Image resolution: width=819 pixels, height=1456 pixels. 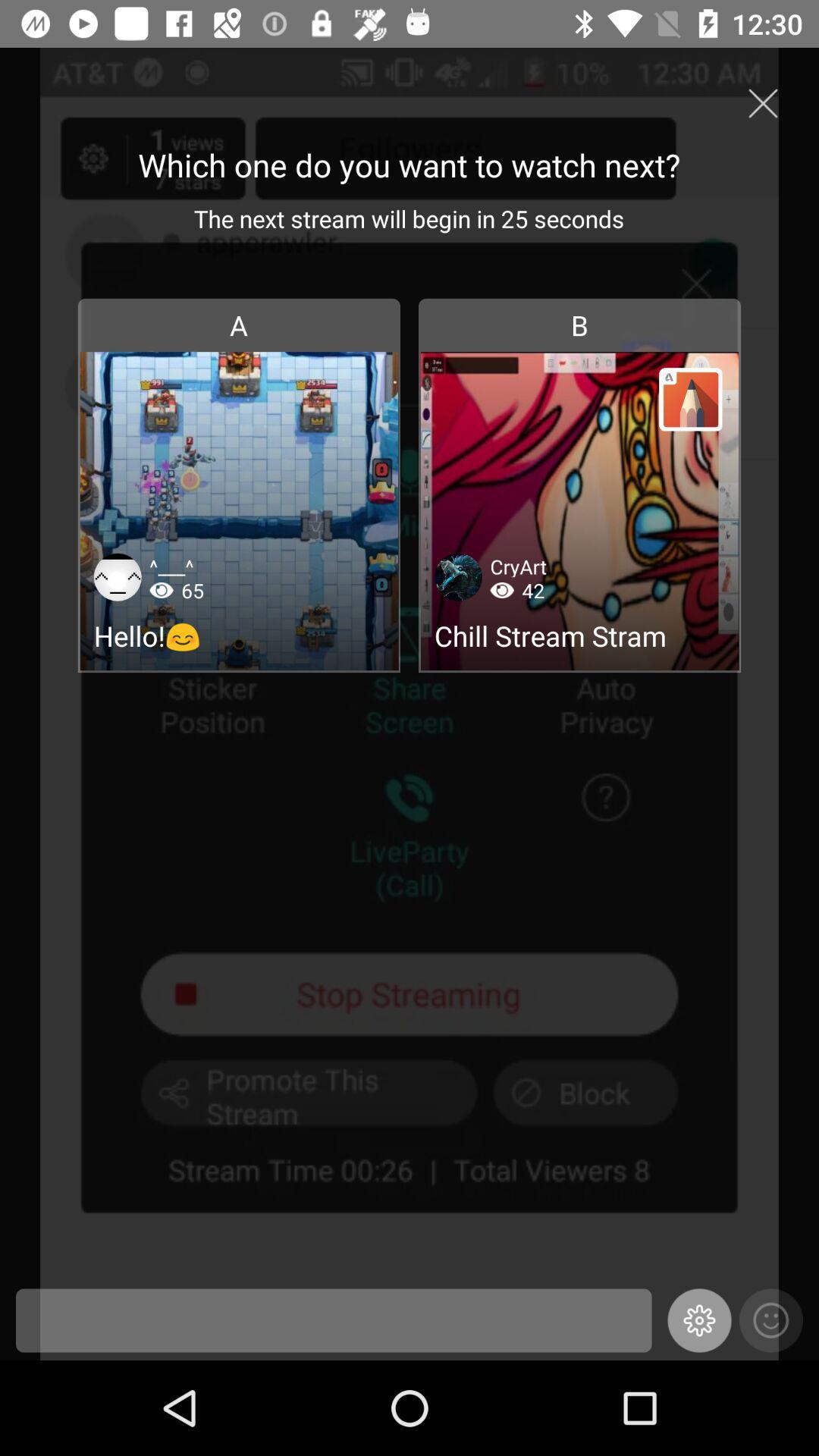 What do you see at coordinates (771, 1319) in the screenshot?
I see `the emoji icon` at bounding box center [771, 1319].